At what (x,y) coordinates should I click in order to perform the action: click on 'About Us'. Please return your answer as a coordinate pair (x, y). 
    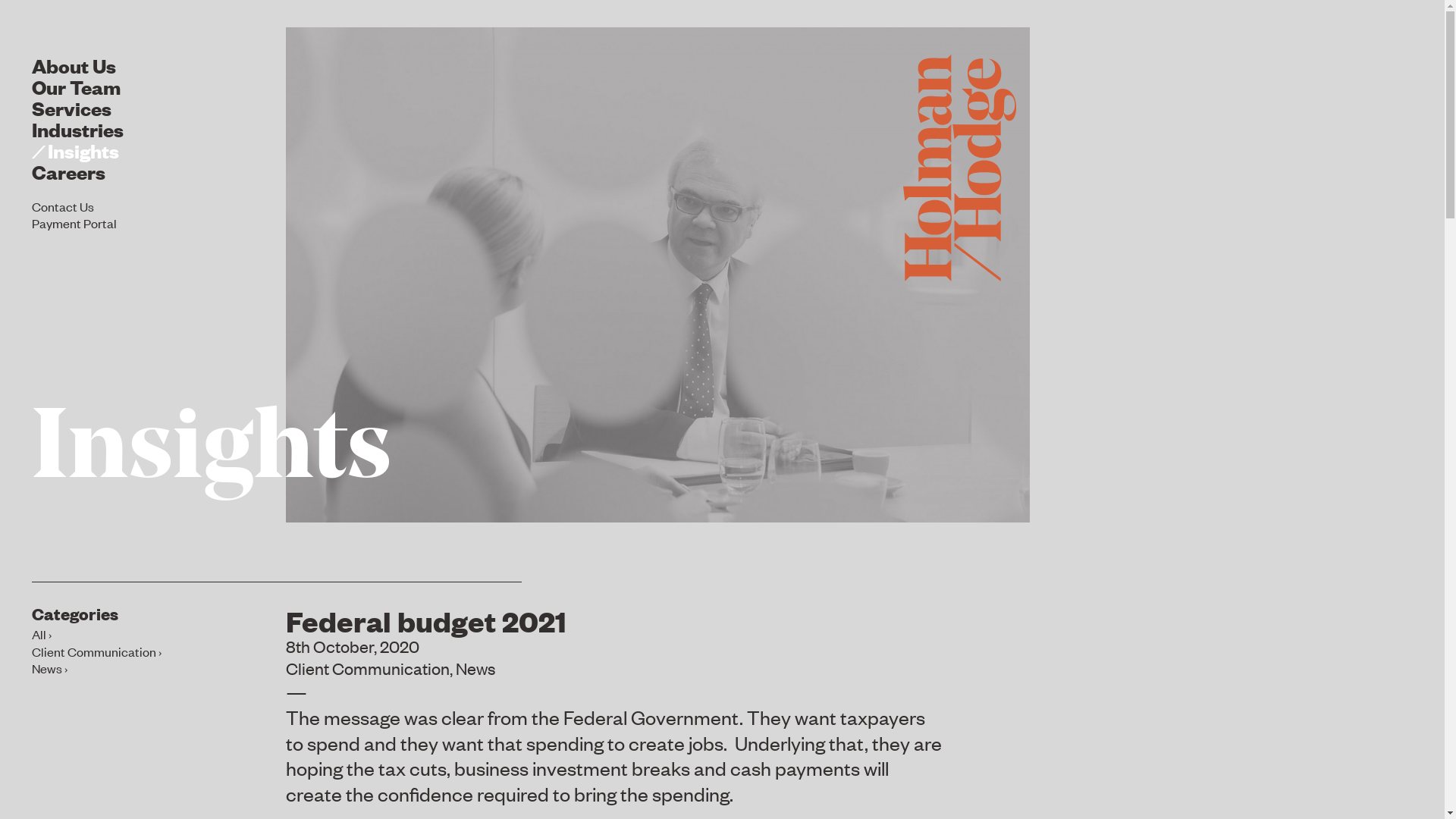
    Looking at the image, I should click on (73, 64).